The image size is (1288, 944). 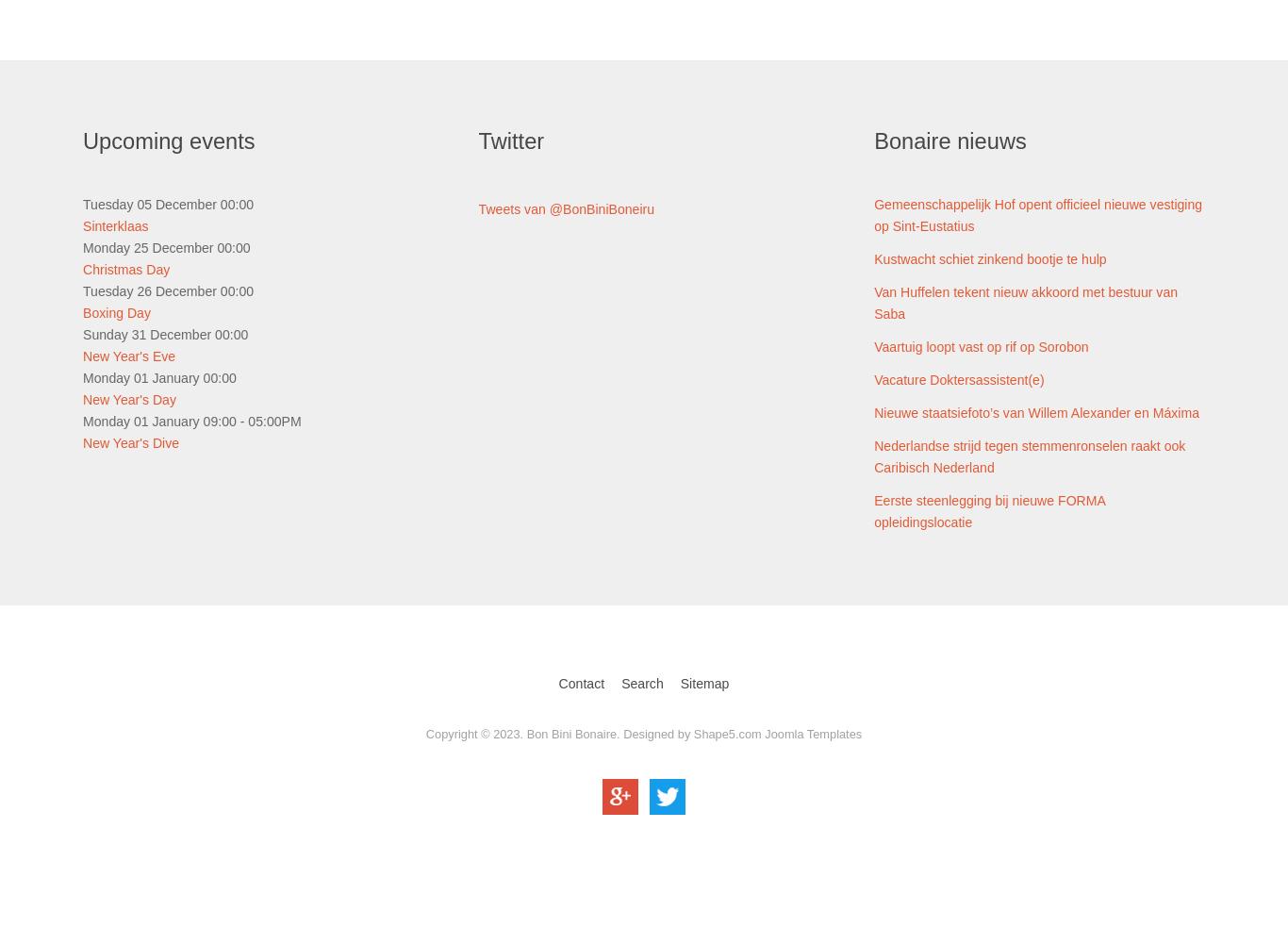 What do you see at coordinates (167, 290) in the screenshot?
I see `'Tuesday 26 December 00:00'` at bounding box center [167, 290].